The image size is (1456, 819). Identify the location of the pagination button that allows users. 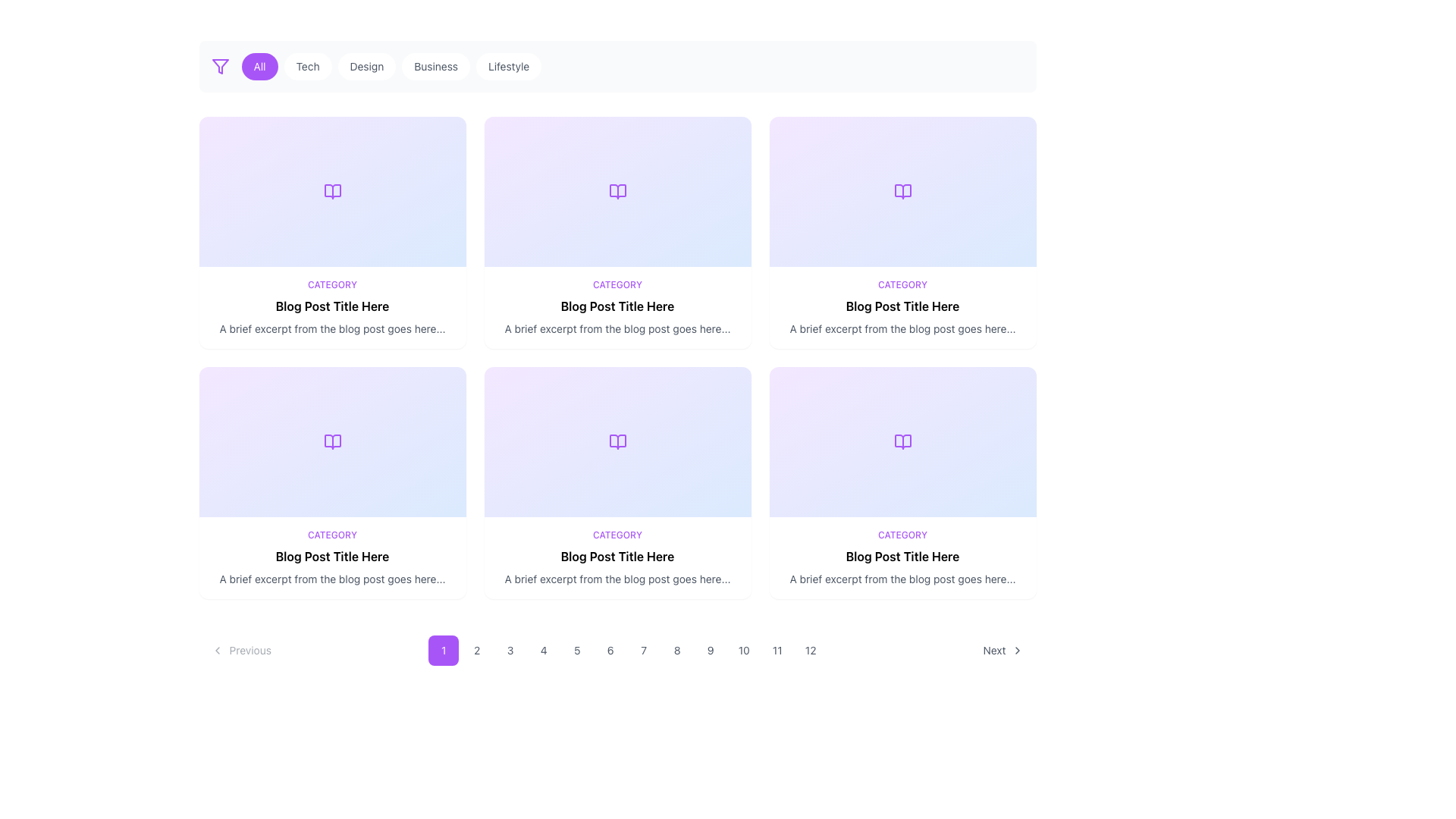
(810, 649).